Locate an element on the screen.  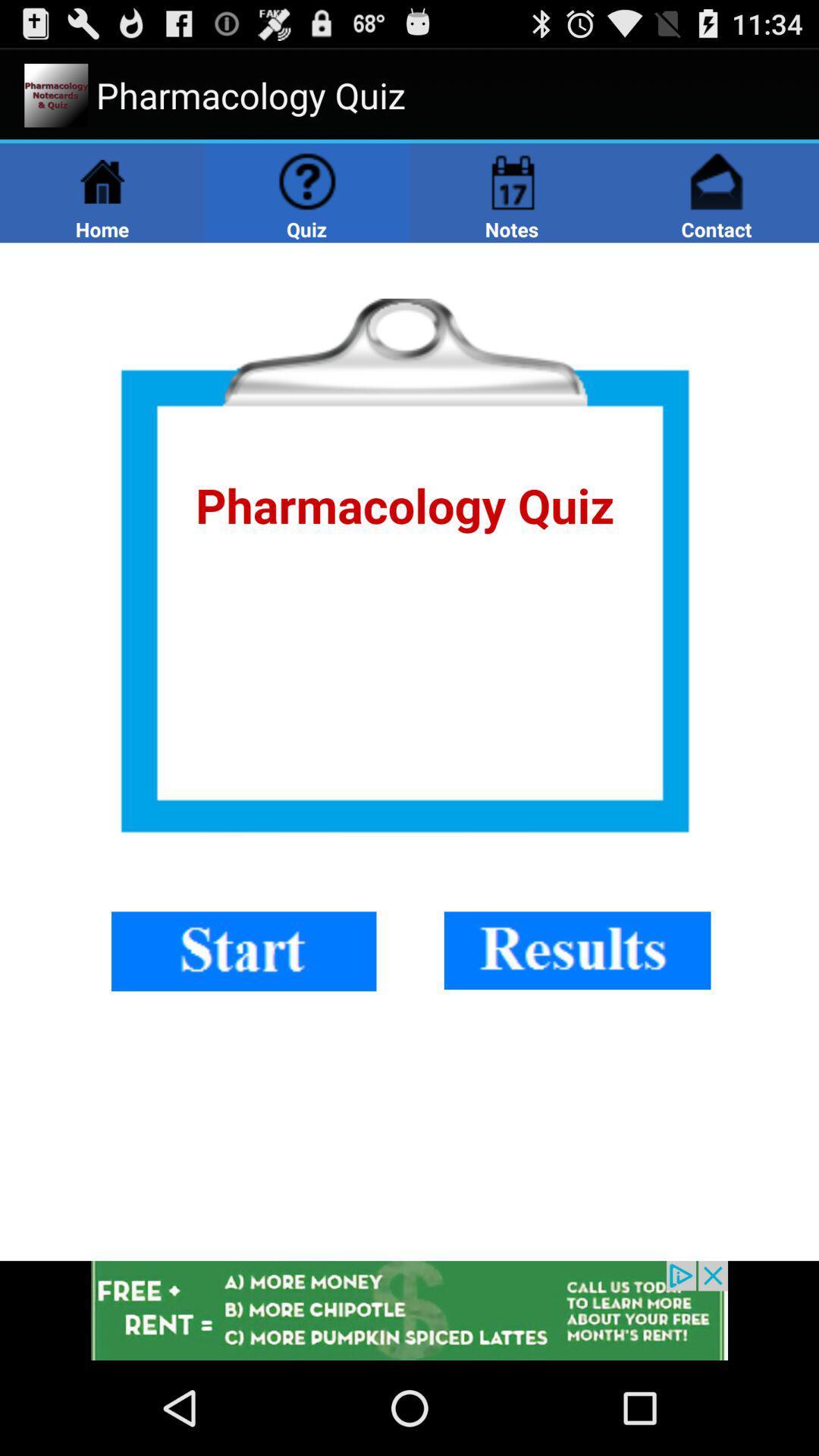
open advertisement is located at coordinates (409, 1310).